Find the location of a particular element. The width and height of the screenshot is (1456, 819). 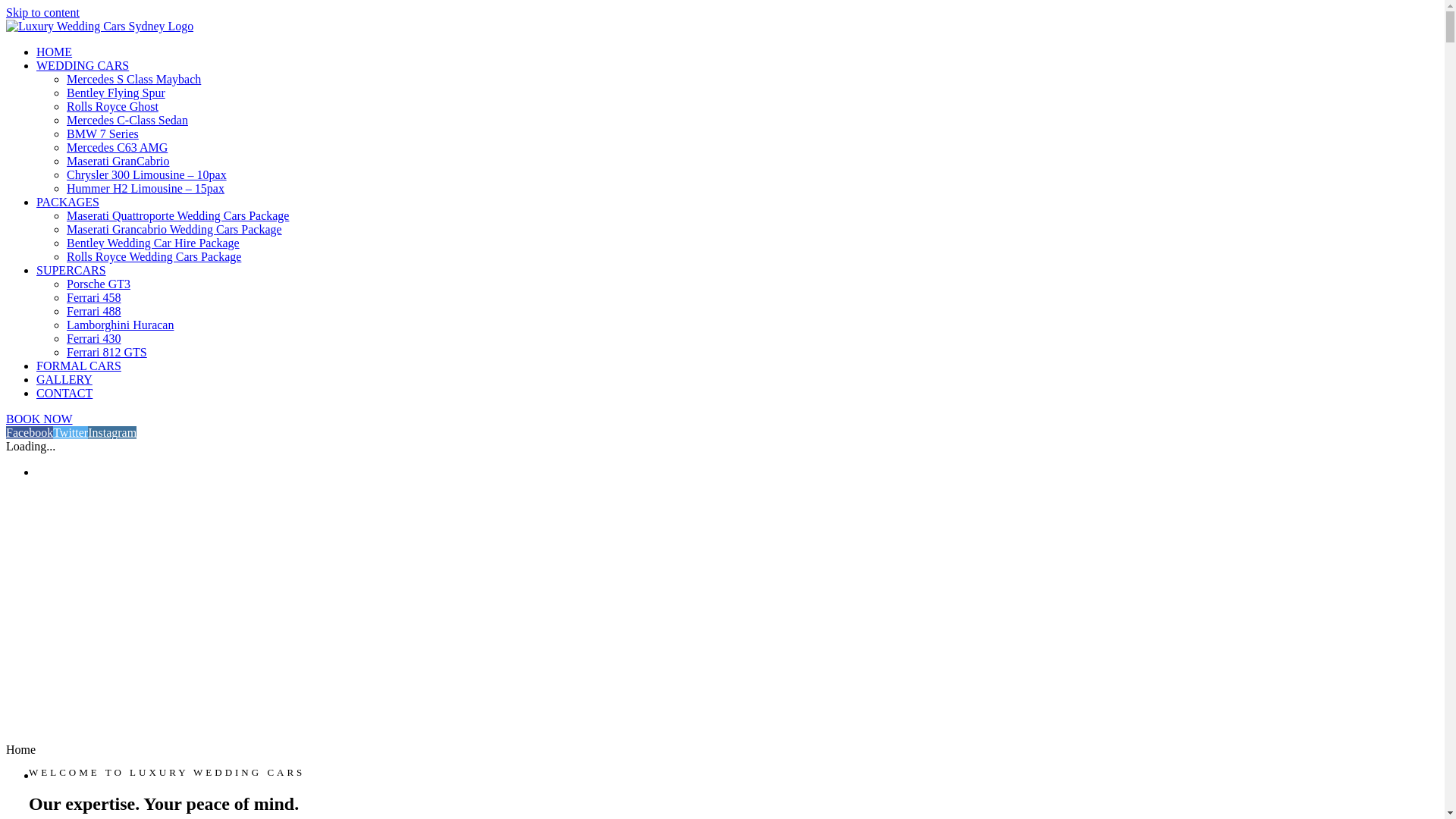

'Facebook' is located at coordinates (6, 432).